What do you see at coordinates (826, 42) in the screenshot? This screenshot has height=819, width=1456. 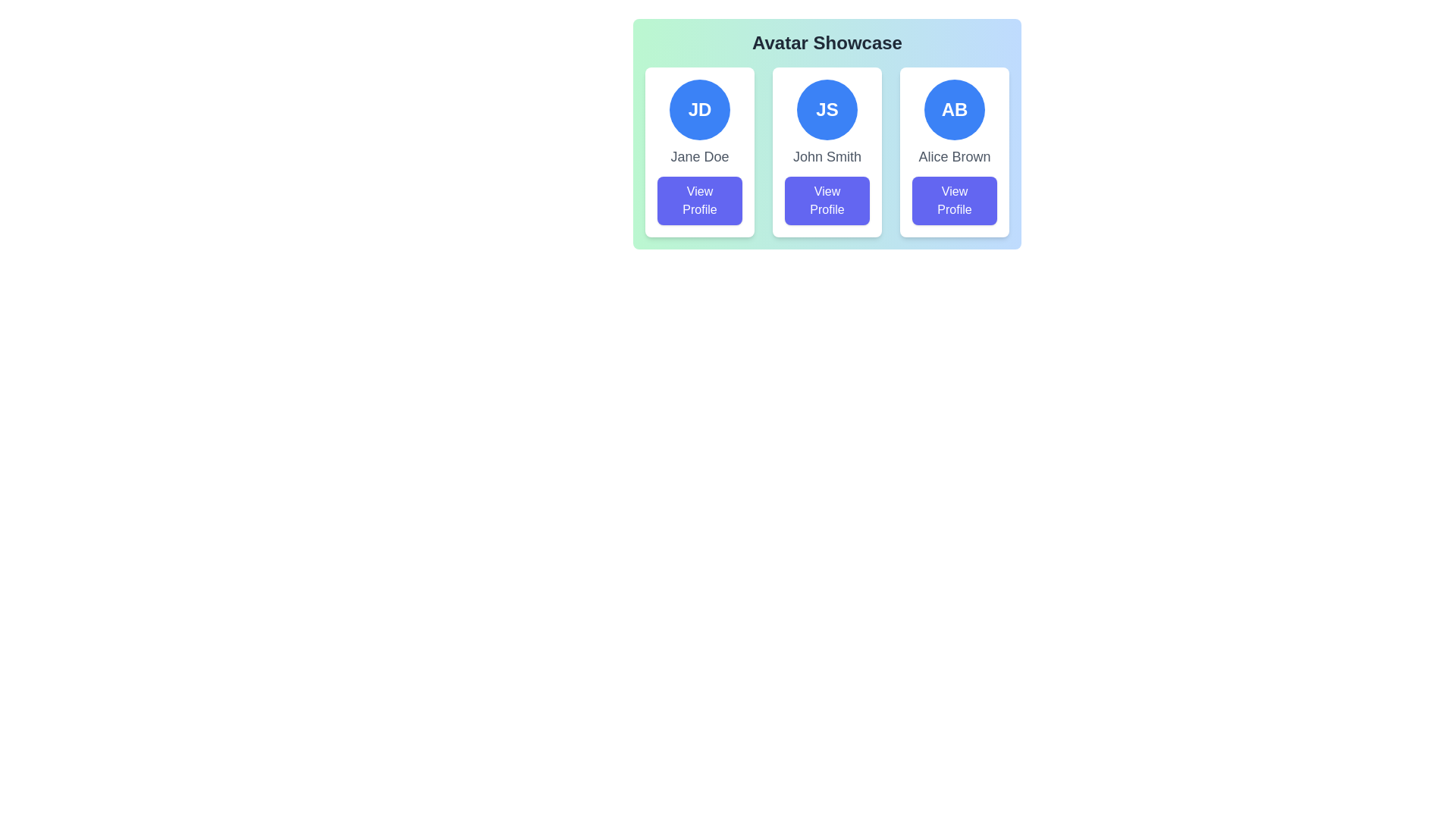 I see `the text header labeled 'Avatar Showcase', which is styled in bold and is positioned at the top-center of the card-shaped panel` at bounding box center [826, 42].